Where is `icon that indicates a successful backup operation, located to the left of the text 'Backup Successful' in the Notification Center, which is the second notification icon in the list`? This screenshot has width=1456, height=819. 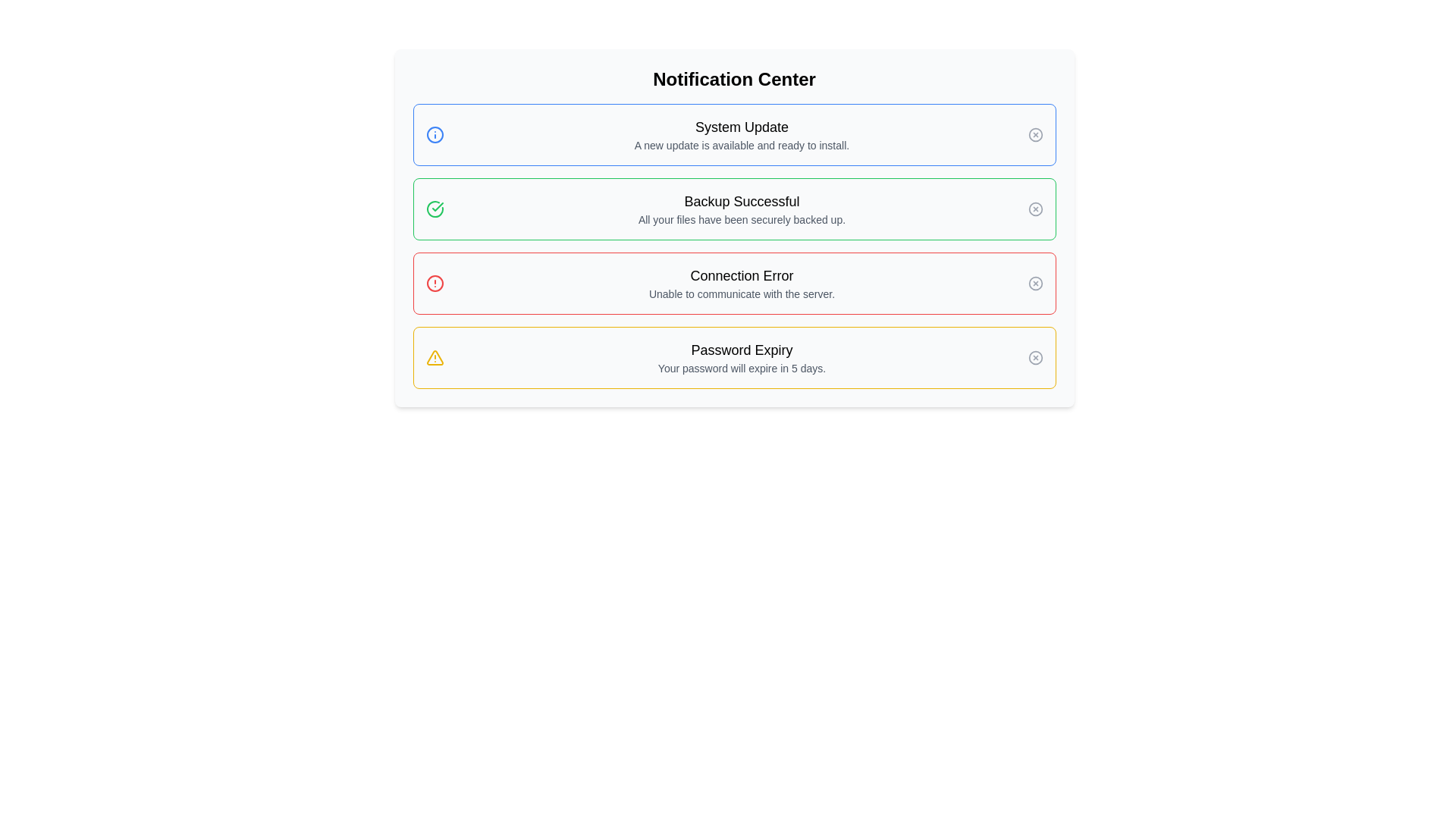 icon that indicates a successful backup operation, located to the left of the text 'Backup Successful' in the Notification Center, which is the second notification icon in the list is located at coordinates (436, 207).